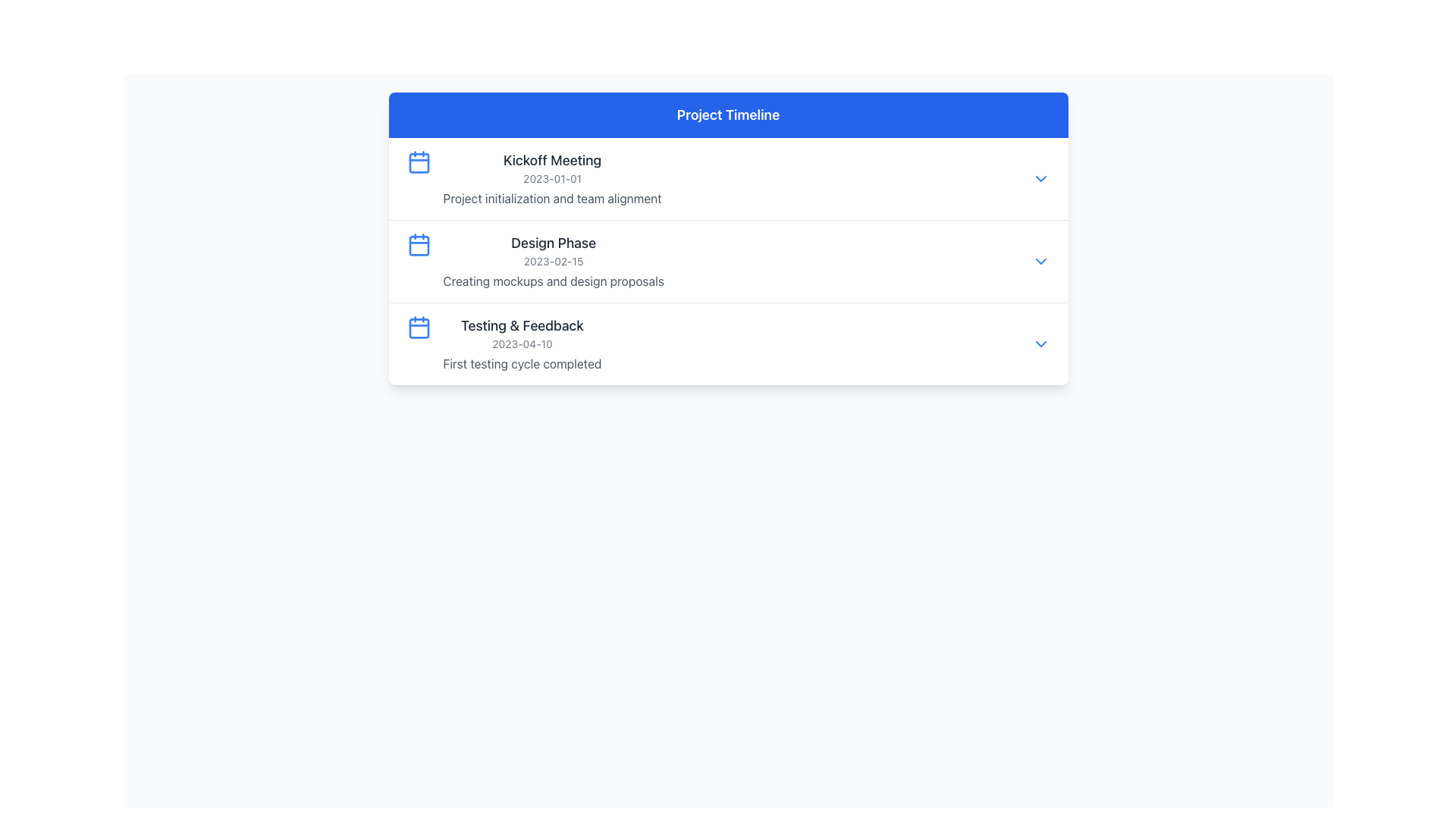 The width and height of the screenshot is (1456, 819). I want to click on the textual display element that describes a phase in the project timeline, so click(522, 344).